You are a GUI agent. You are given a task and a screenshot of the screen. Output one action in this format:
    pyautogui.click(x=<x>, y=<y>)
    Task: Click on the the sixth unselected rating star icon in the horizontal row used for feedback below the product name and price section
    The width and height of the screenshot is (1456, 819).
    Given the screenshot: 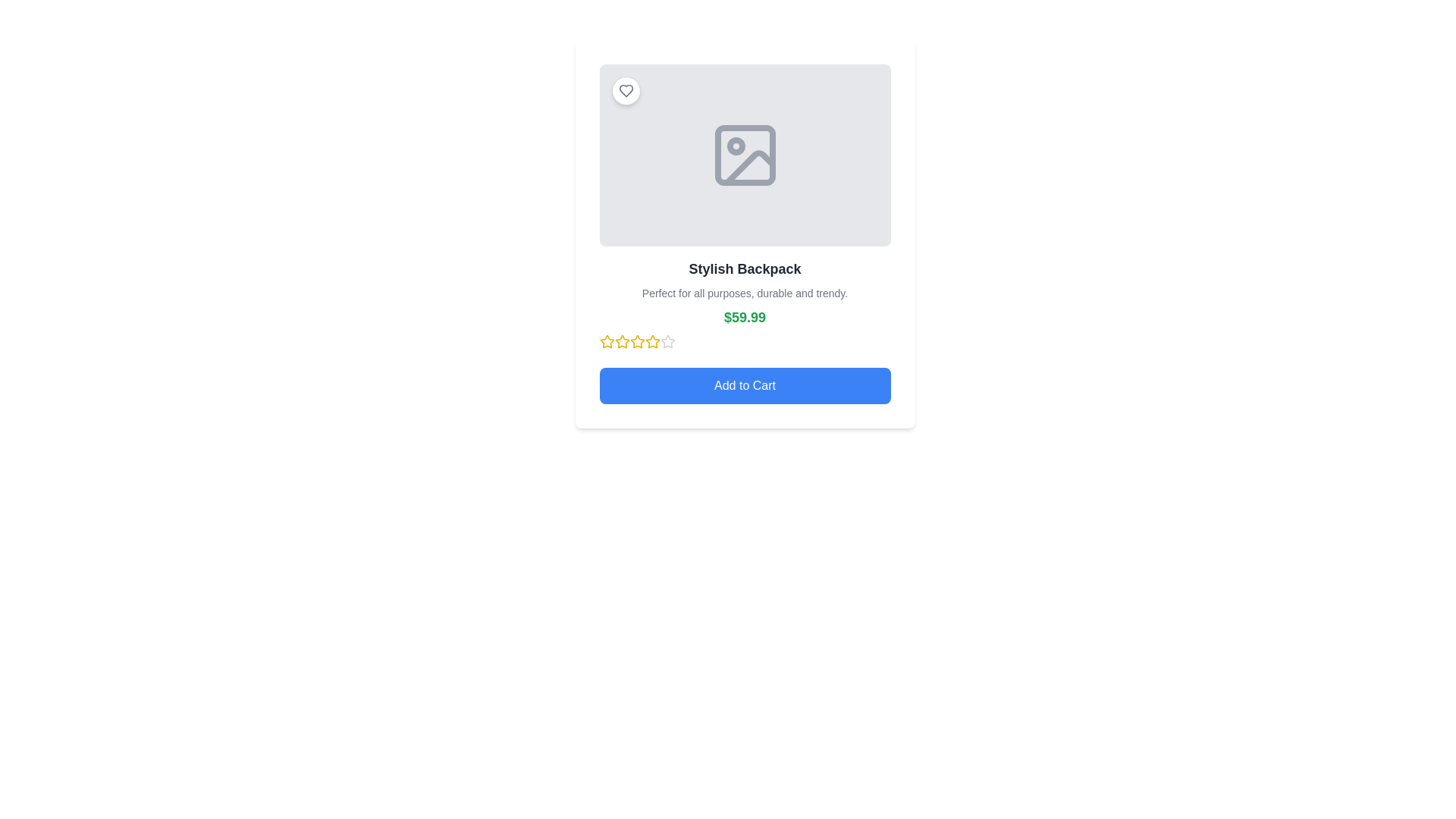 What is the action you would take?
    pyautogui.click(x=667, y=342)
    